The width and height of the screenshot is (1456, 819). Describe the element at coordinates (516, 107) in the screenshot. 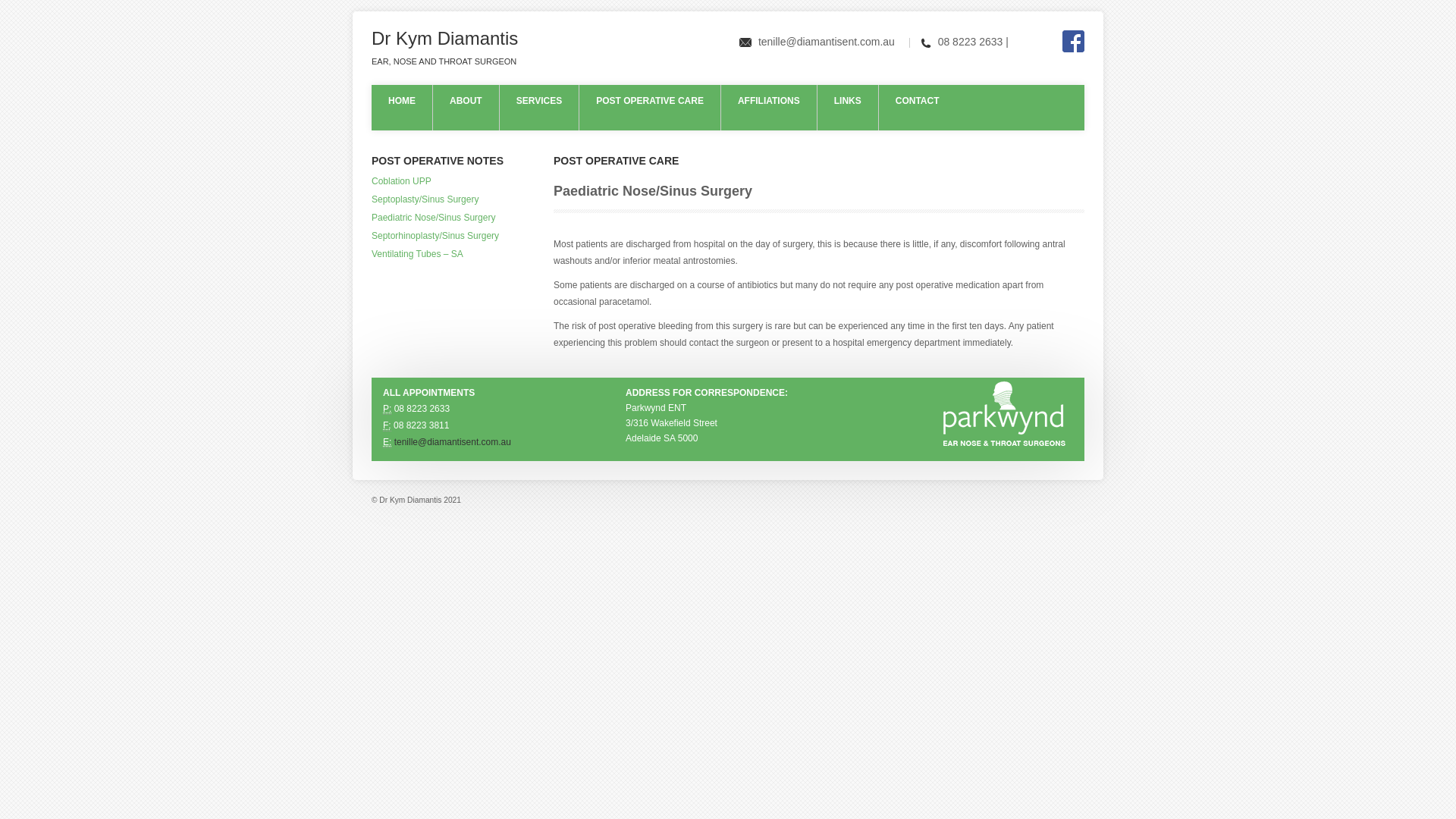

I see `'SERVICES'` at that location.